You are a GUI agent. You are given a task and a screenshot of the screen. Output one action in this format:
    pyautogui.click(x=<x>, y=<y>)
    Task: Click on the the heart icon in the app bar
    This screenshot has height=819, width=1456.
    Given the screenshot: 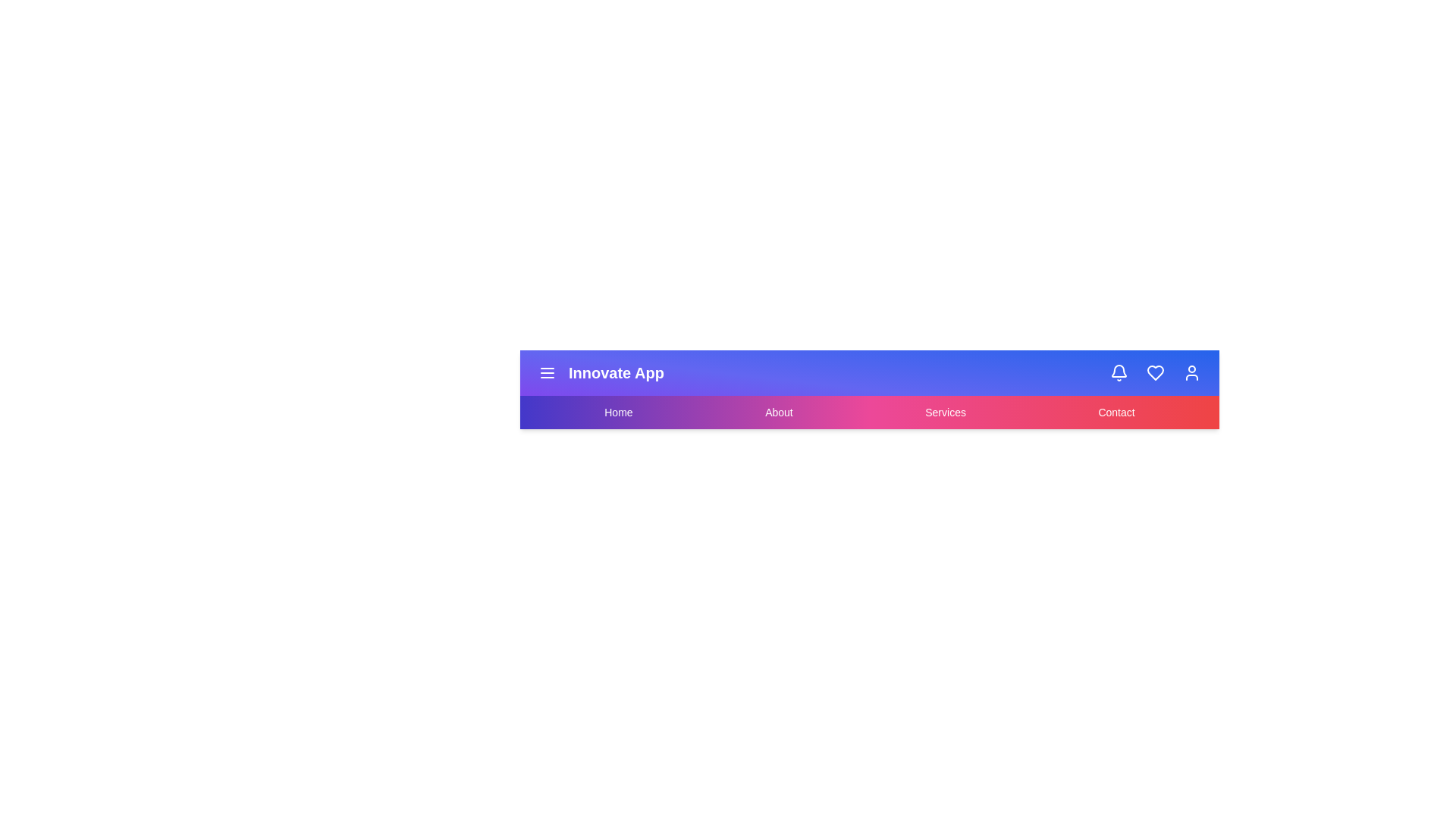 What is the action you would take?
    pyautogui.click(x=1154, y=373)
    